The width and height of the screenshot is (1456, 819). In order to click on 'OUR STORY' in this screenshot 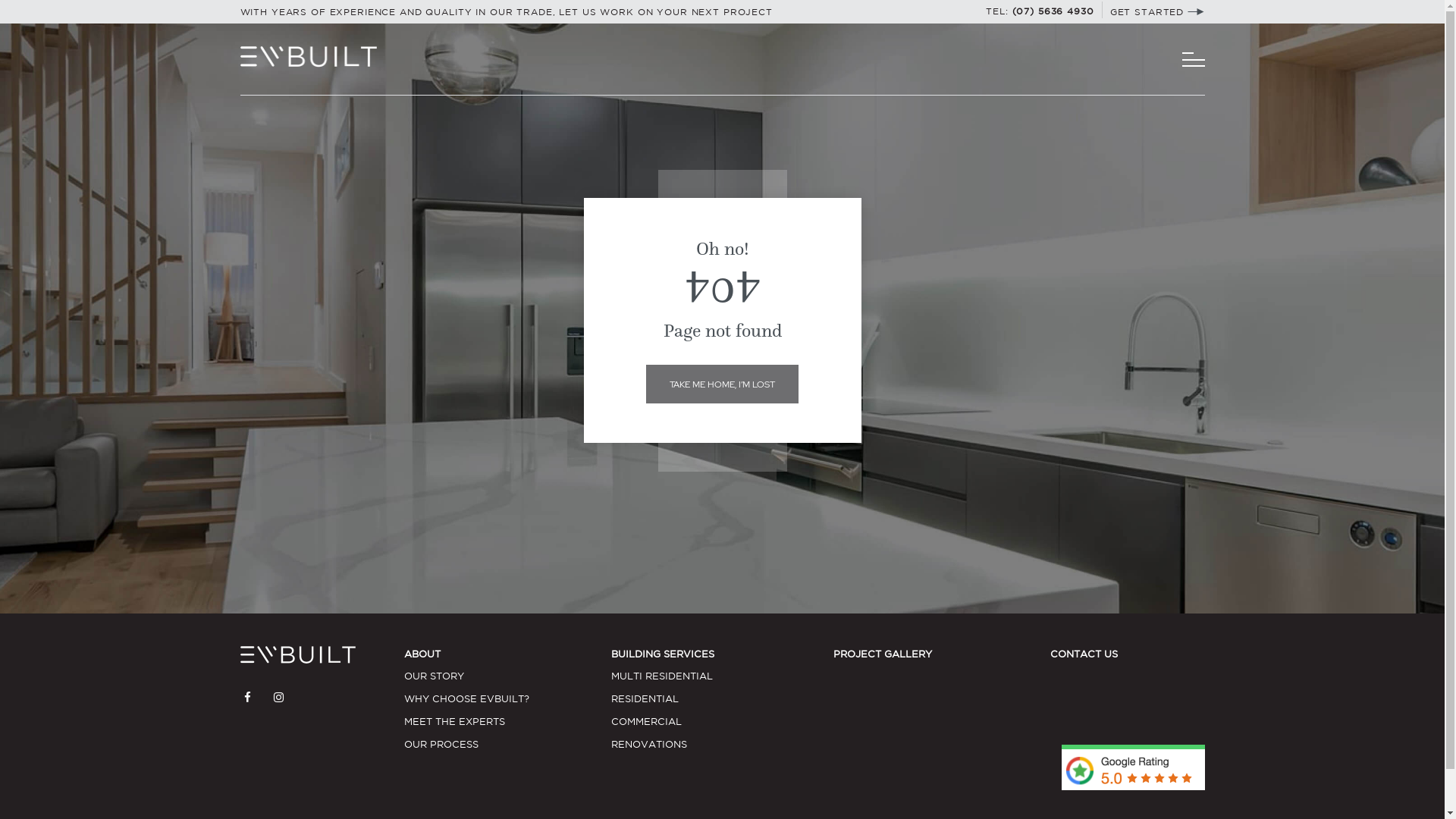, I will do `click(403, 675)`.